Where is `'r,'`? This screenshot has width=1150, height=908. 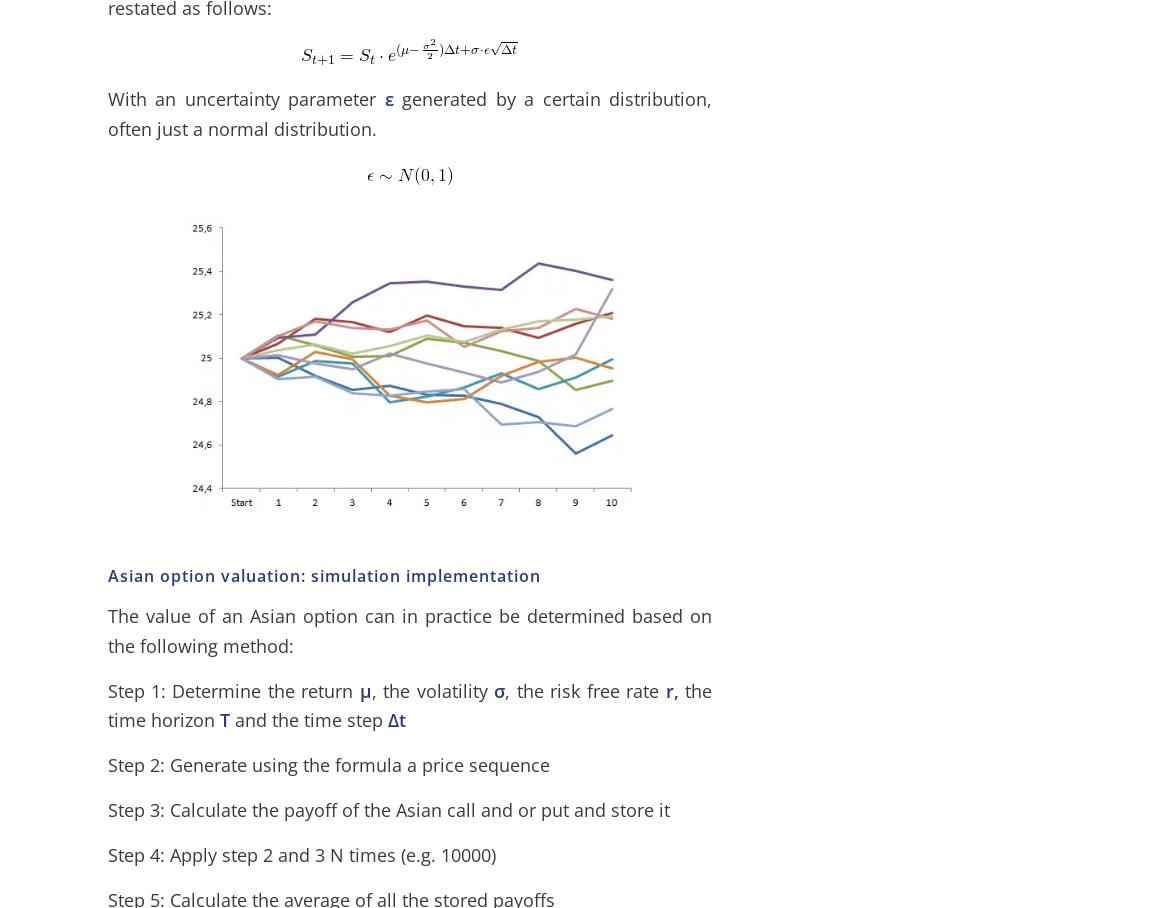 'r,' is located at coordinates (670, 688).